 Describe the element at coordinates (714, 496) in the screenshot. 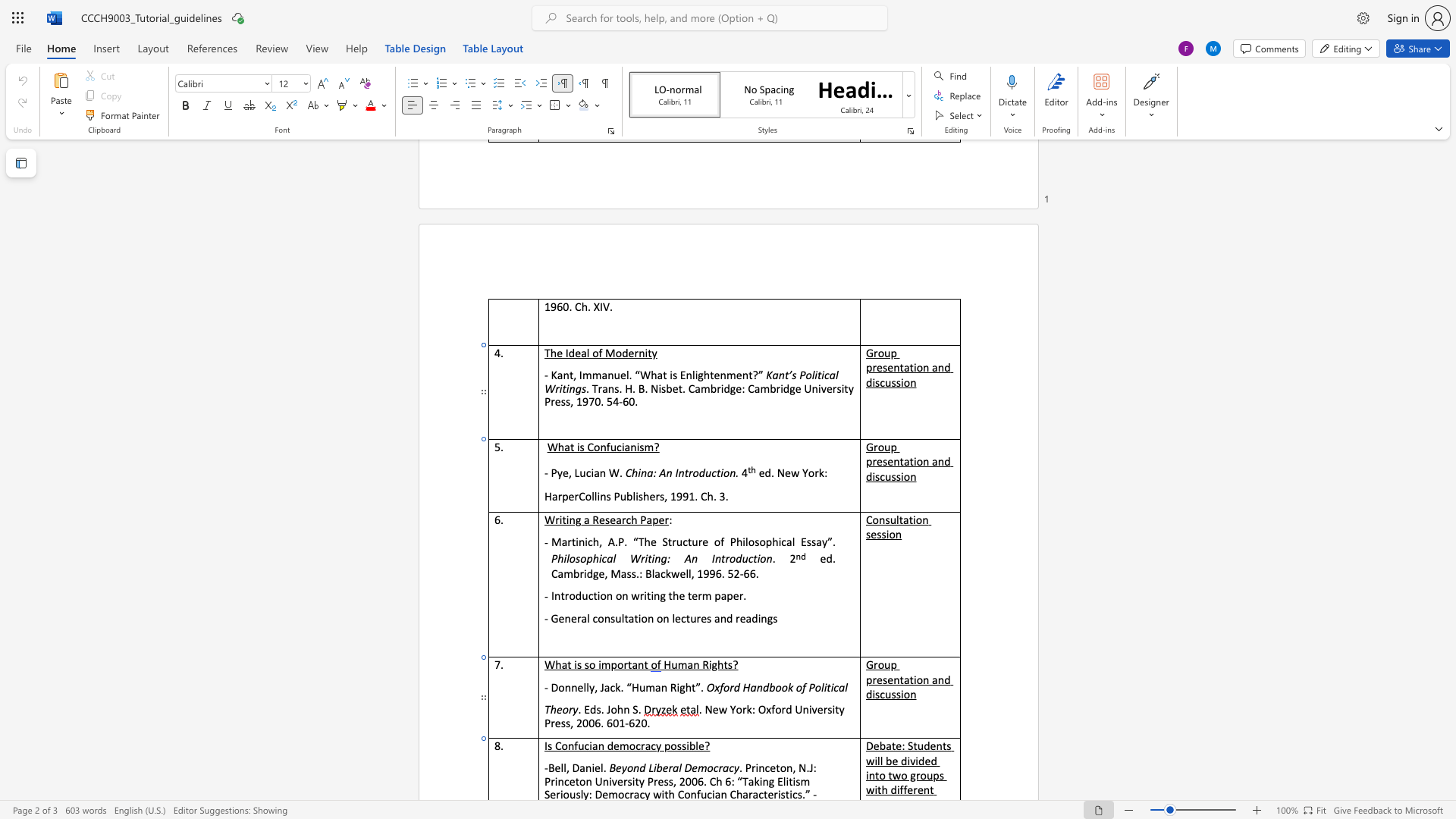

I see `the 2th character "." in the text` at that location.